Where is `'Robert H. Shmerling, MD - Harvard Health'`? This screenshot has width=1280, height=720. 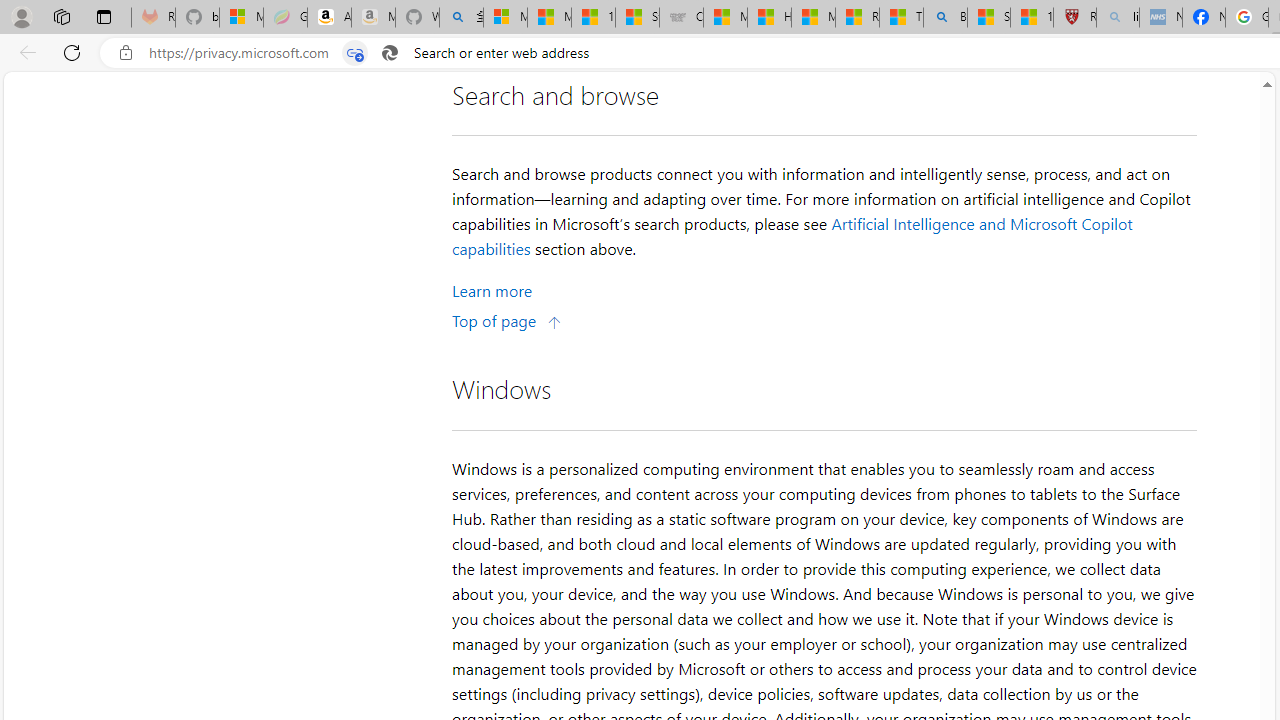
'Robert H. Shmerling, MD - Harvard Health' is located at coordinates (1073, 17).